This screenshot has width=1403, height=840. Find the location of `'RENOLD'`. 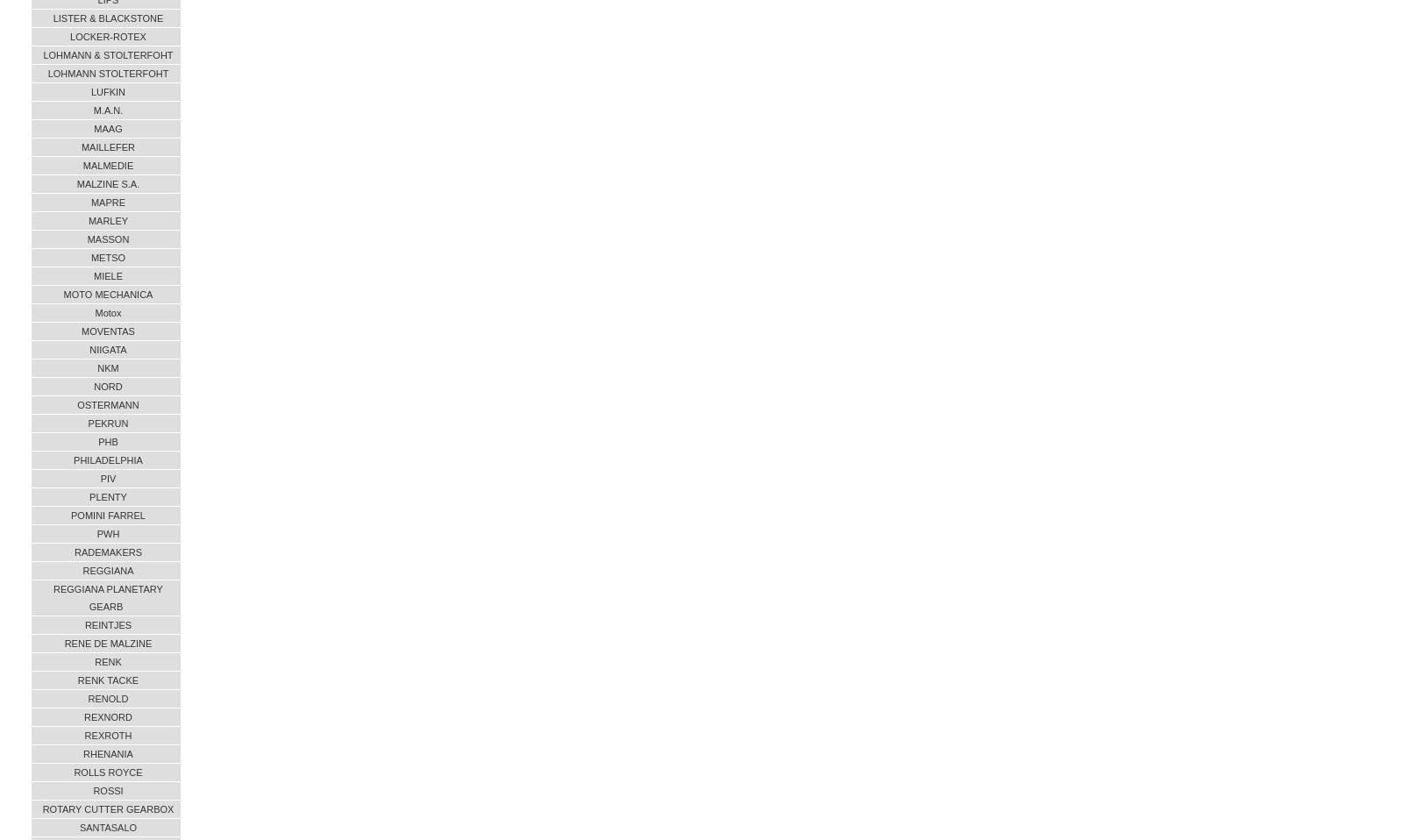

'RENOLD' is located at coordinates (107, 698).